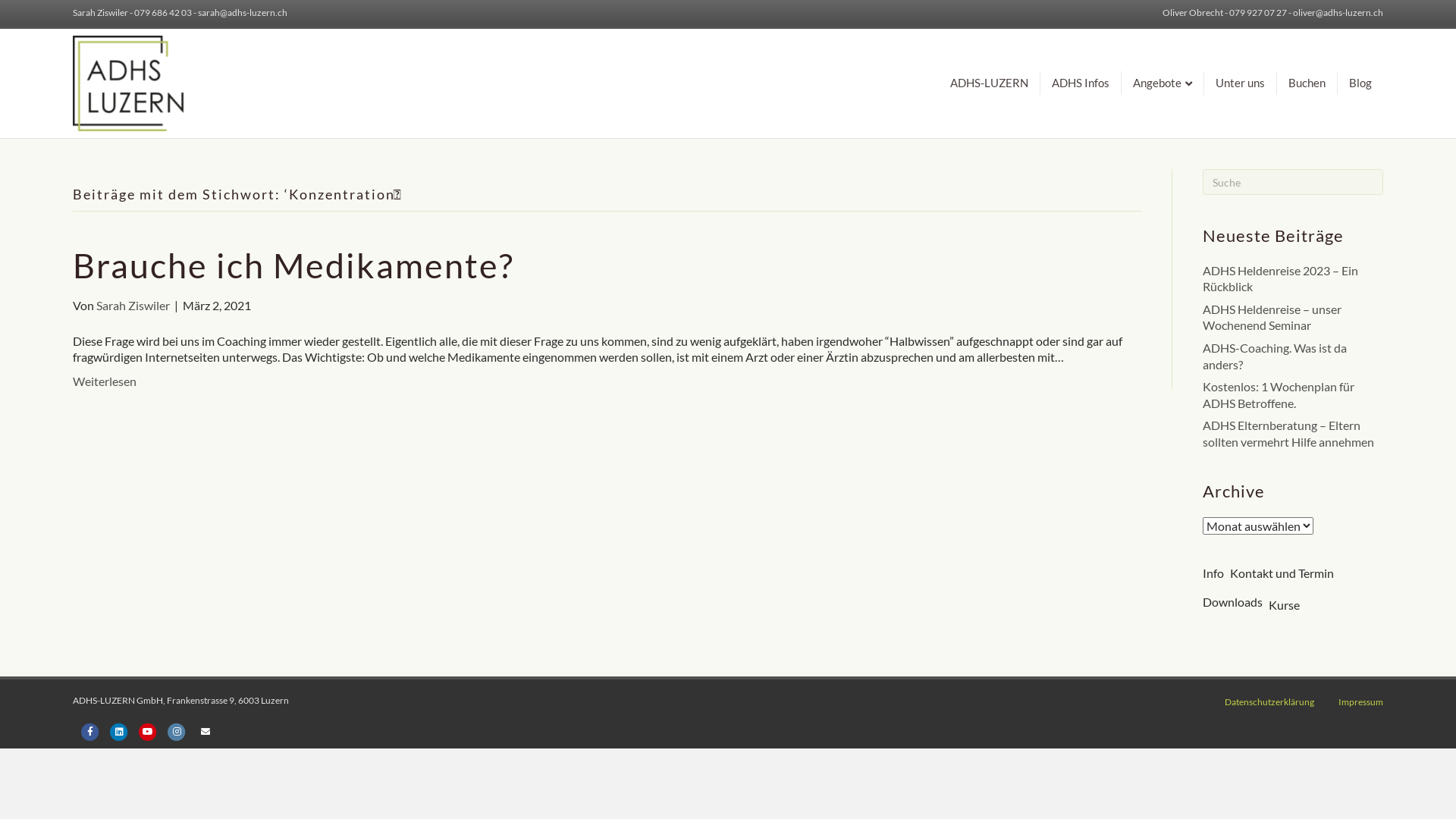 The image size is (1456, 819). Describe the element at coordinates (133, 305) in the screenshot. I see `'Sarah Ziswiler'` at that location.